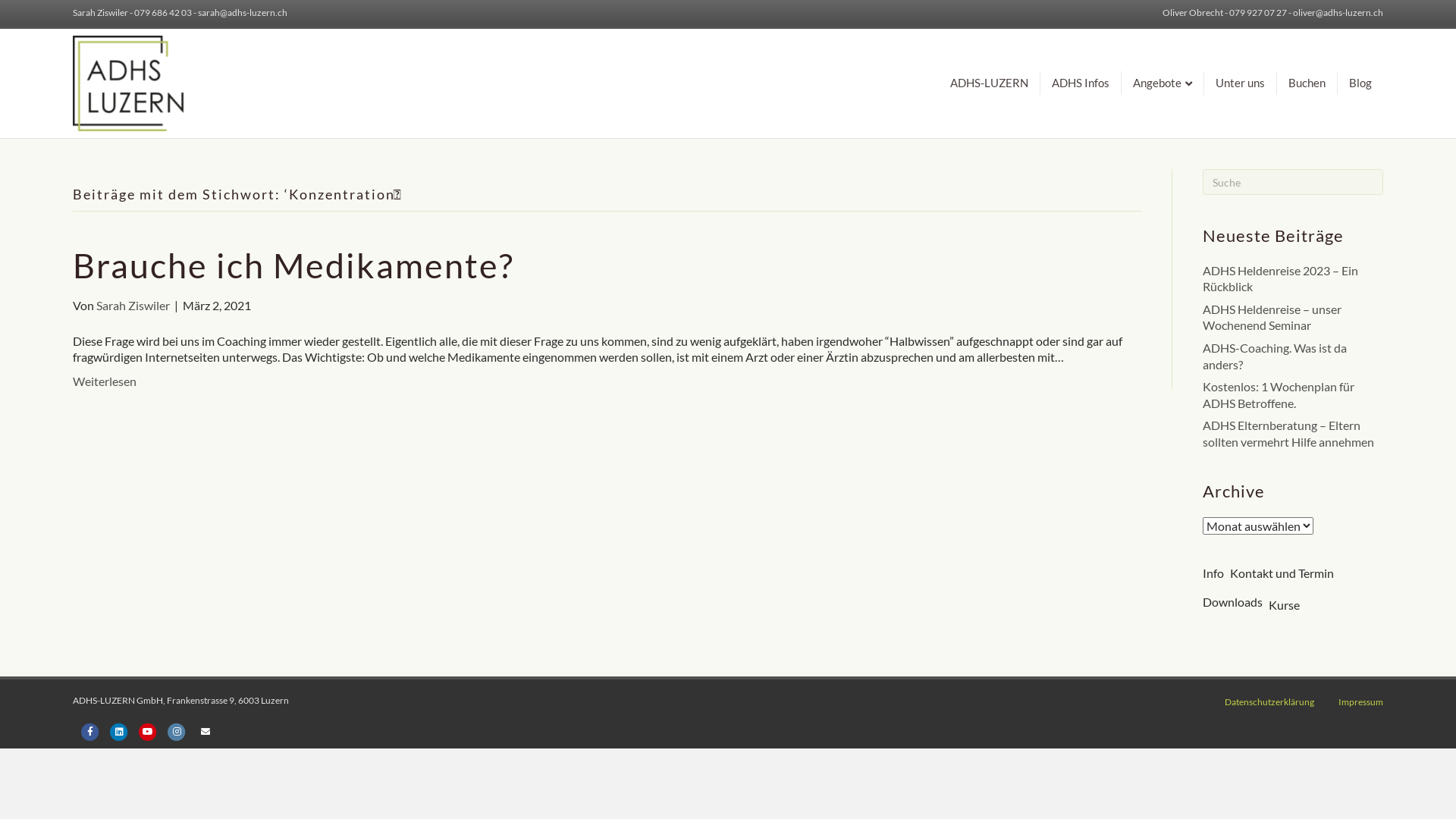 The image size is (1456, 819). Describe the element at coordinates (133, 305) in the screenshot. I see `'Sarah Ziswiler'` at that location.